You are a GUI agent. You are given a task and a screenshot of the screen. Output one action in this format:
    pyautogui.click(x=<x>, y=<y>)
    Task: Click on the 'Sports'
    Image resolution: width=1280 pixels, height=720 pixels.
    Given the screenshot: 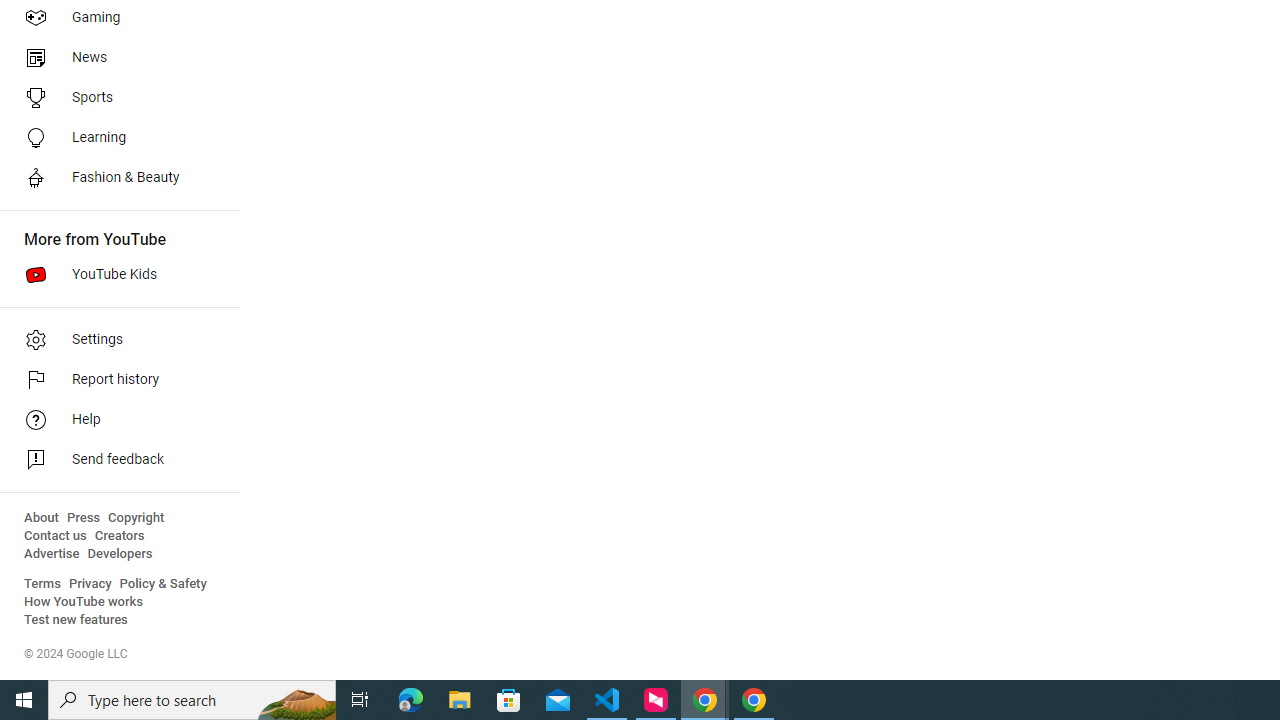 What is the action you would take?
    pyautogui.click(x=112, y=97)
    